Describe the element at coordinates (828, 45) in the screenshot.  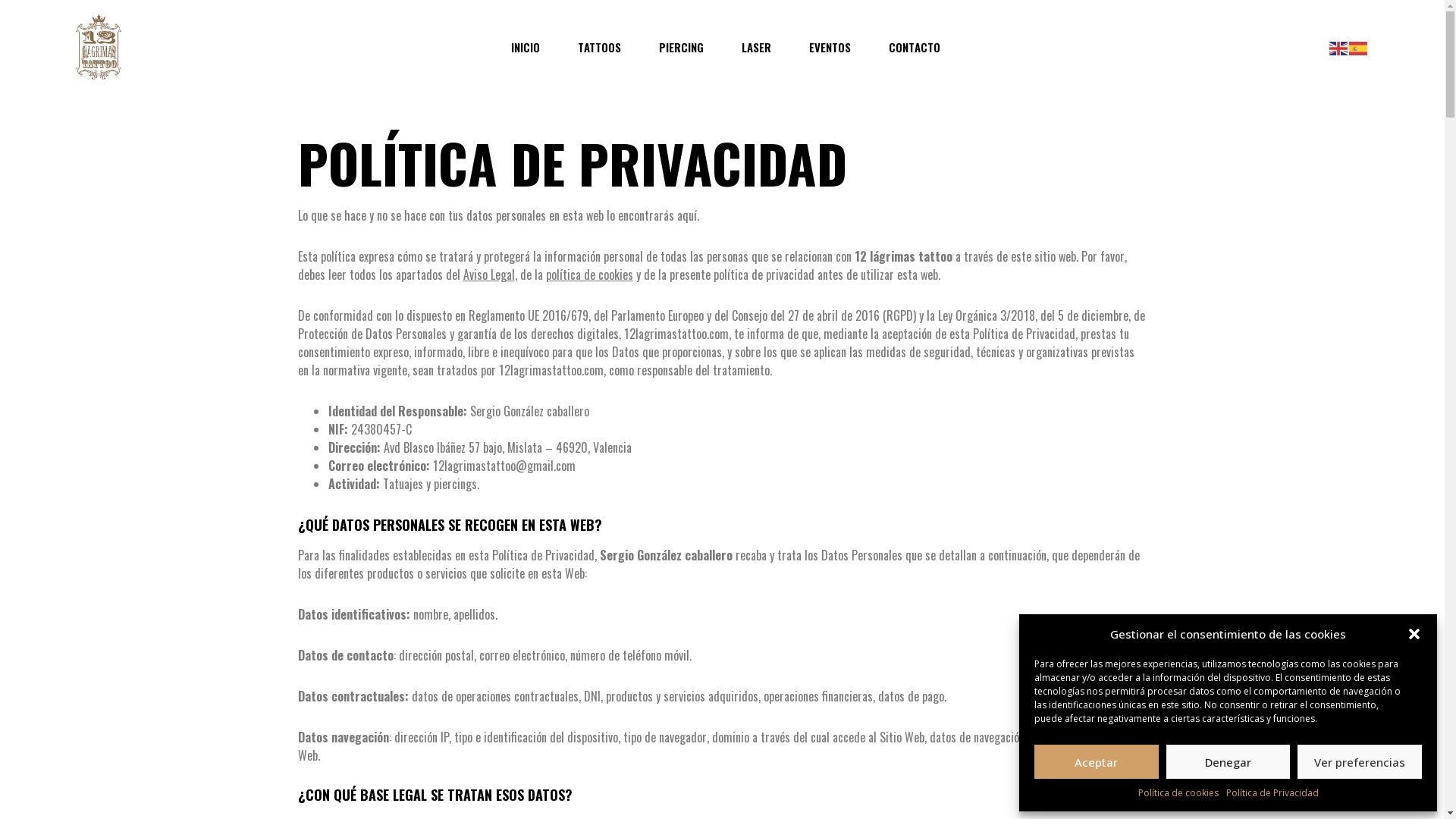
I see `'EVENTOS'` at that location.